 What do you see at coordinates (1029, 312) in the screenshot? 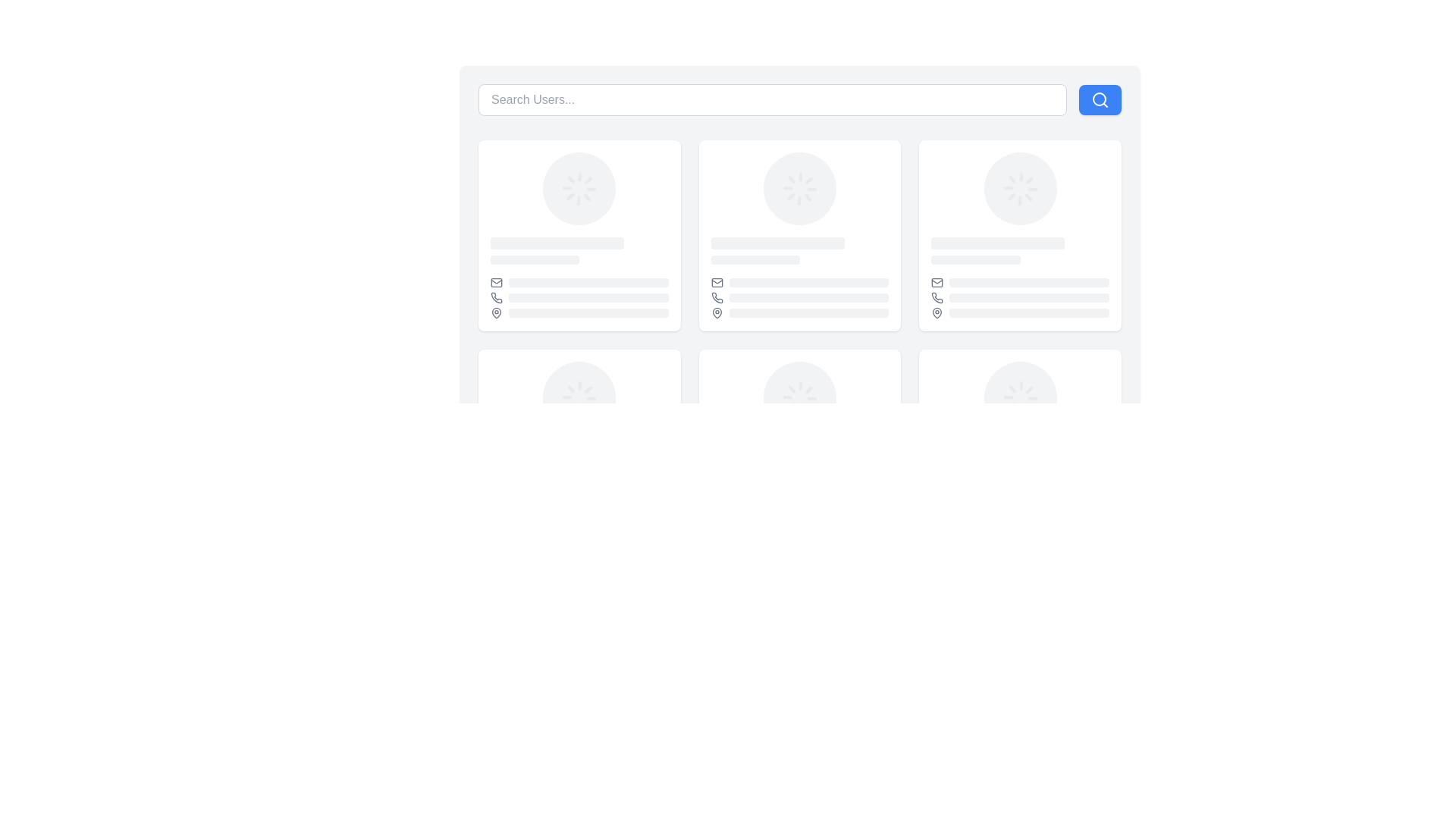
I see `the rectangular placeholder loading bar located in the rightmost user card on the second row, which resembles a progress indicator with a greyish background and rounded corners` at bounding box center [1029, 312].